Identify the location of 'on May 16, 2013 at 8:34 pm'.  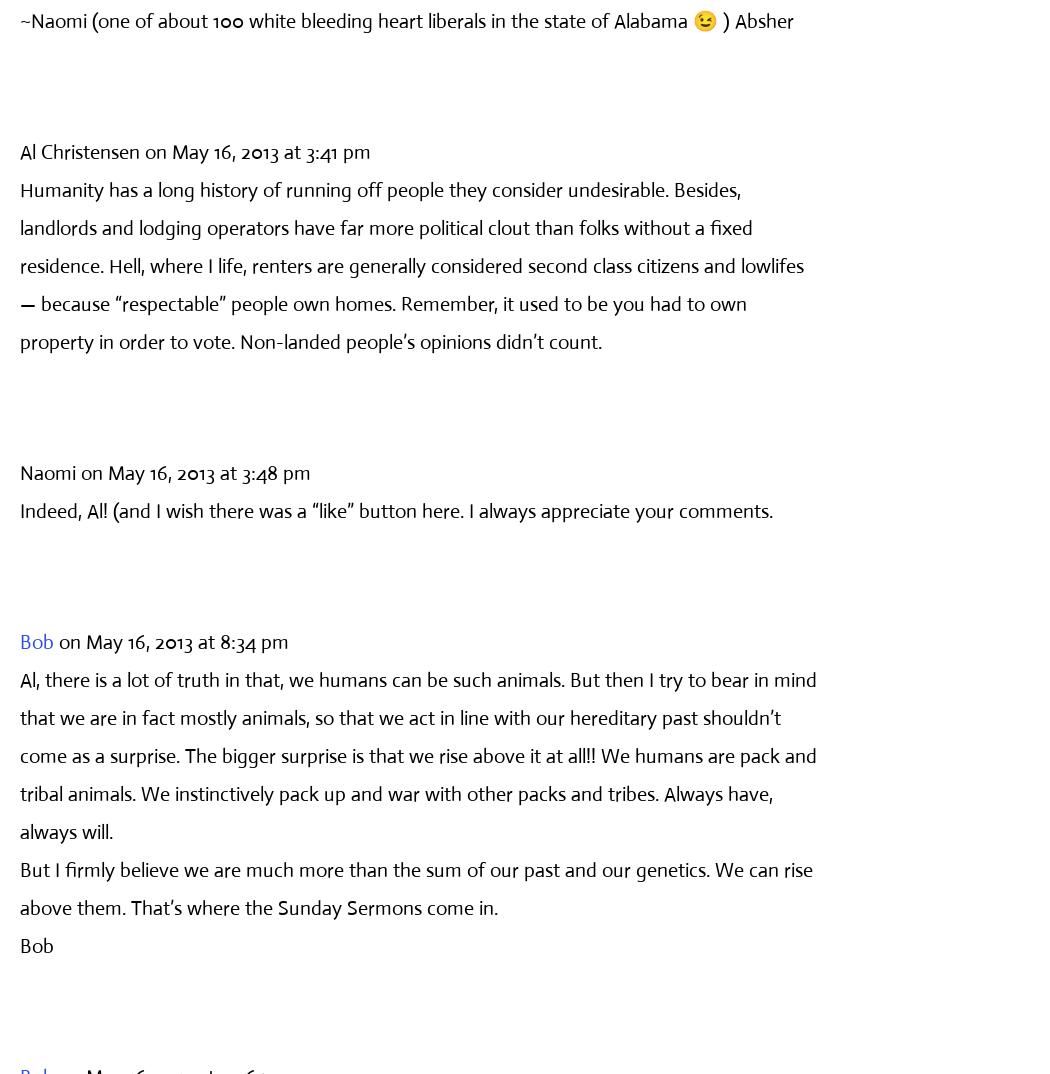
(173, 641).